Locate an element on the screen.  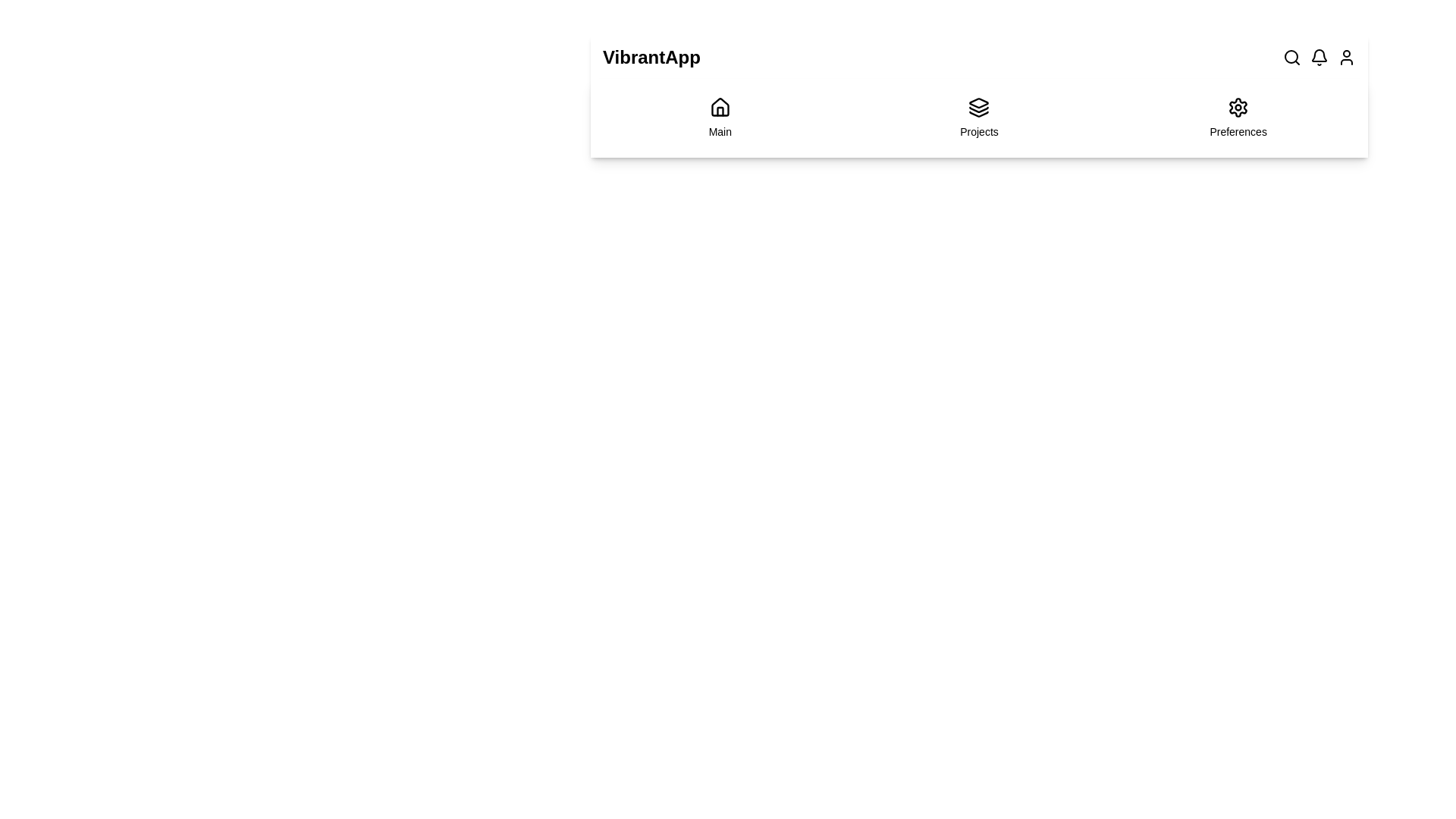
the VibrantApp title to focus on the header is located at coordinates (651, 57).